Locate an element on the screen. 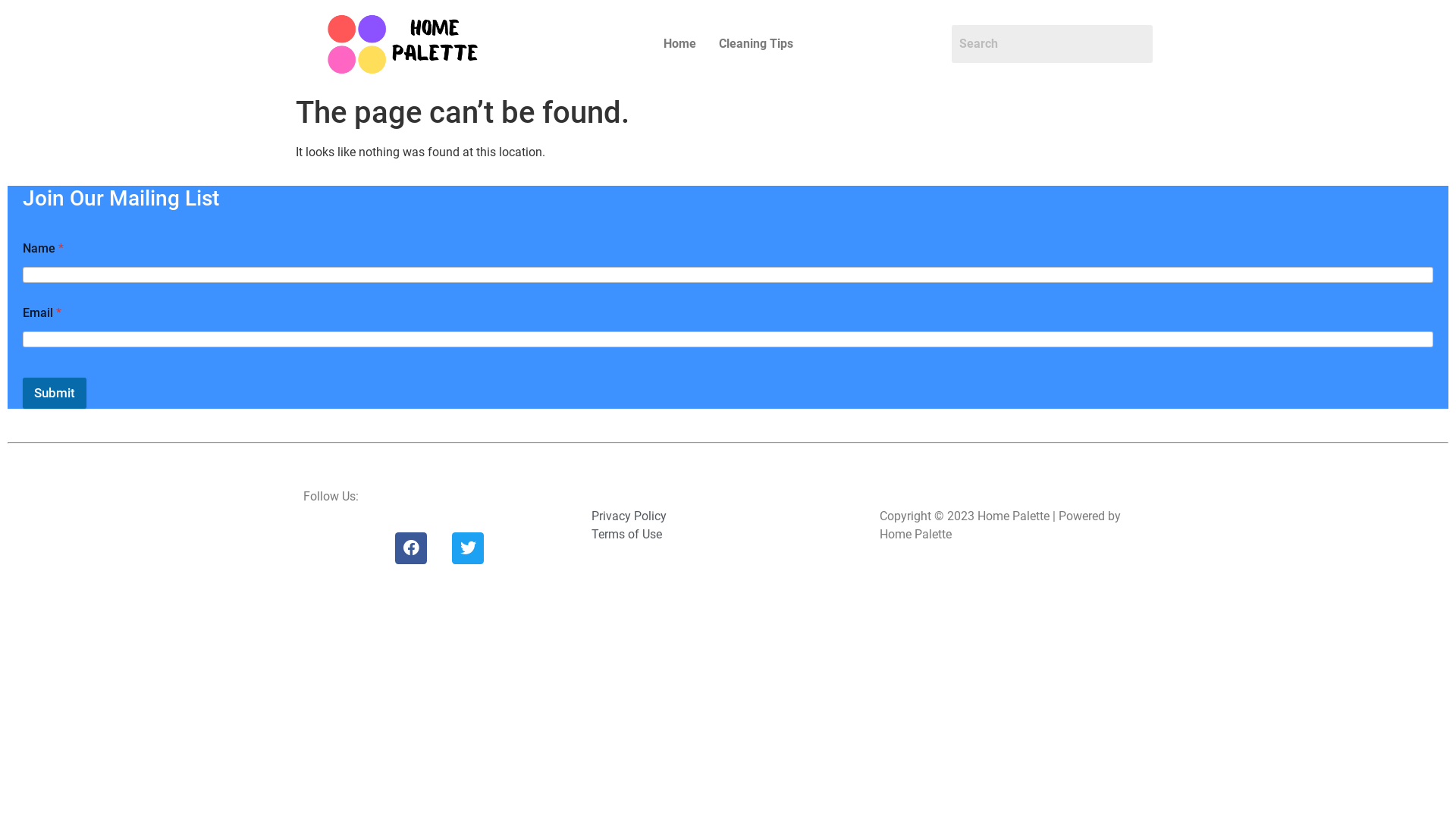 Image resolution: width=1456 pixels, height=819 pixels. 'Search' is located at coordinates (1051, 42).